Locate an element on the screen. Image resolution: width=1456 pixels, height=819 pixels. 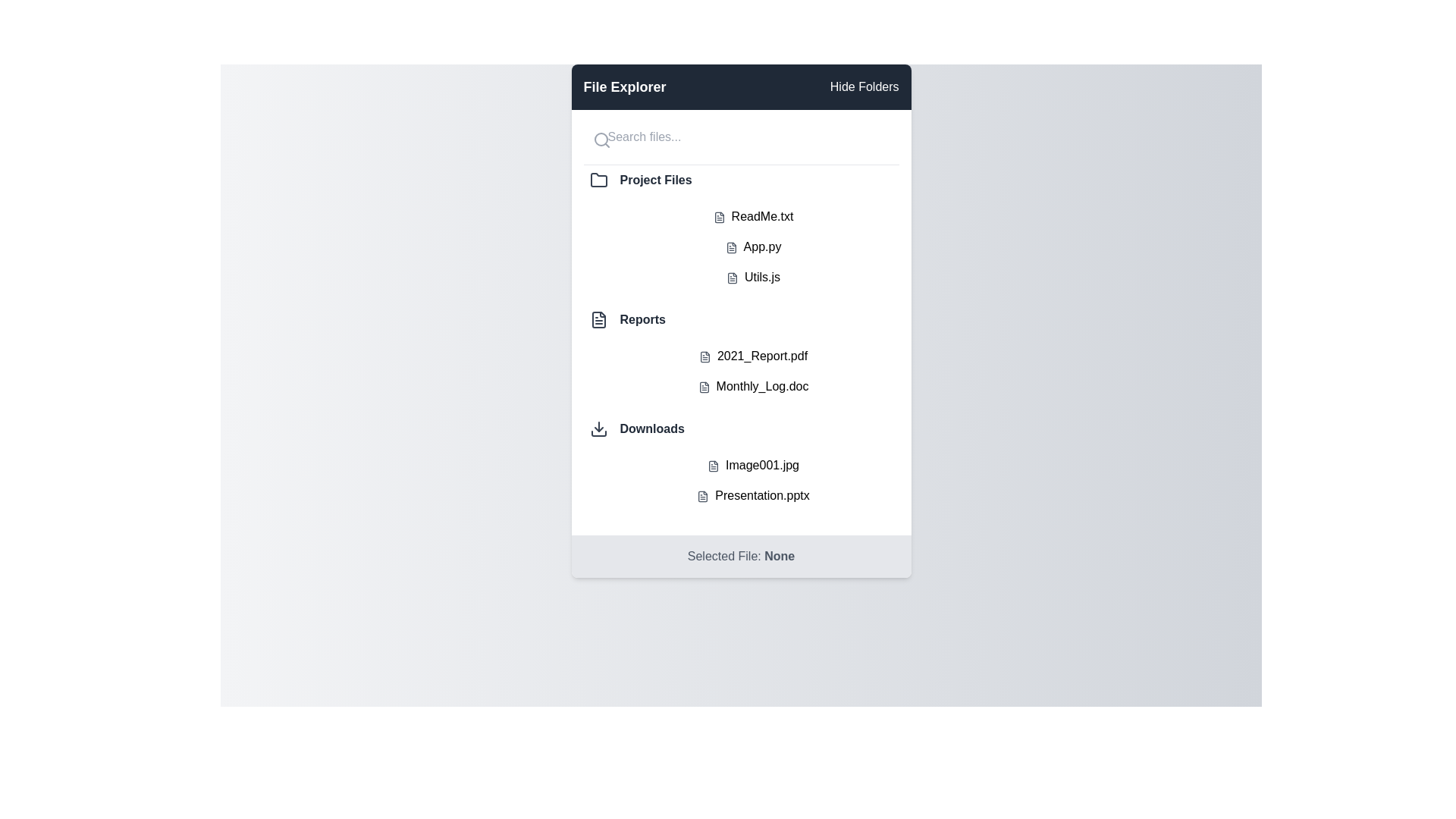
the file named Monthly_Log.doc to select it is located at coordinates (753, 385).